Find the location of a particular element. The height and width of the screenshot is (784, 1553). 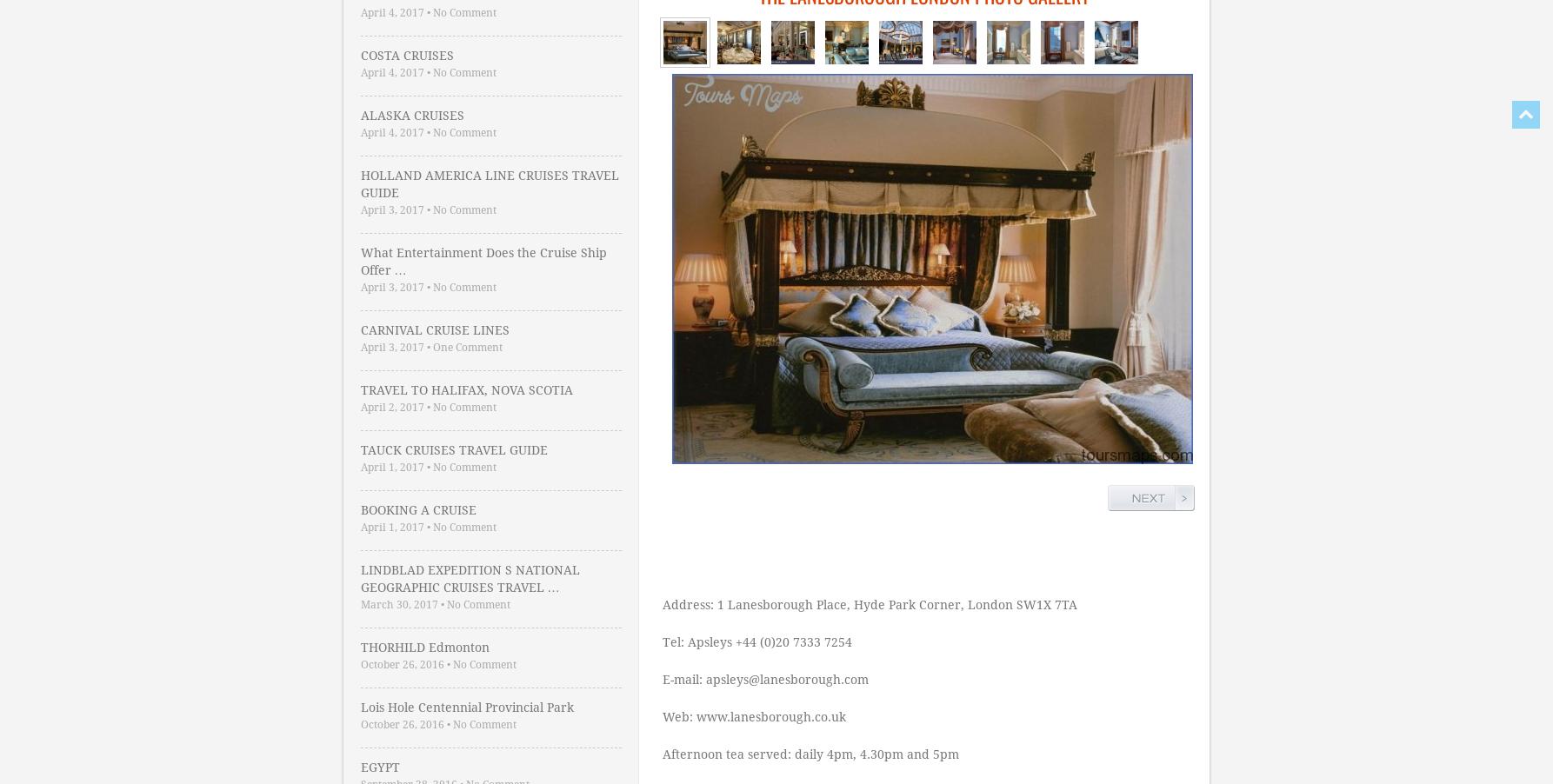

'April 2, 2017' is located at coordinates (390, 407).